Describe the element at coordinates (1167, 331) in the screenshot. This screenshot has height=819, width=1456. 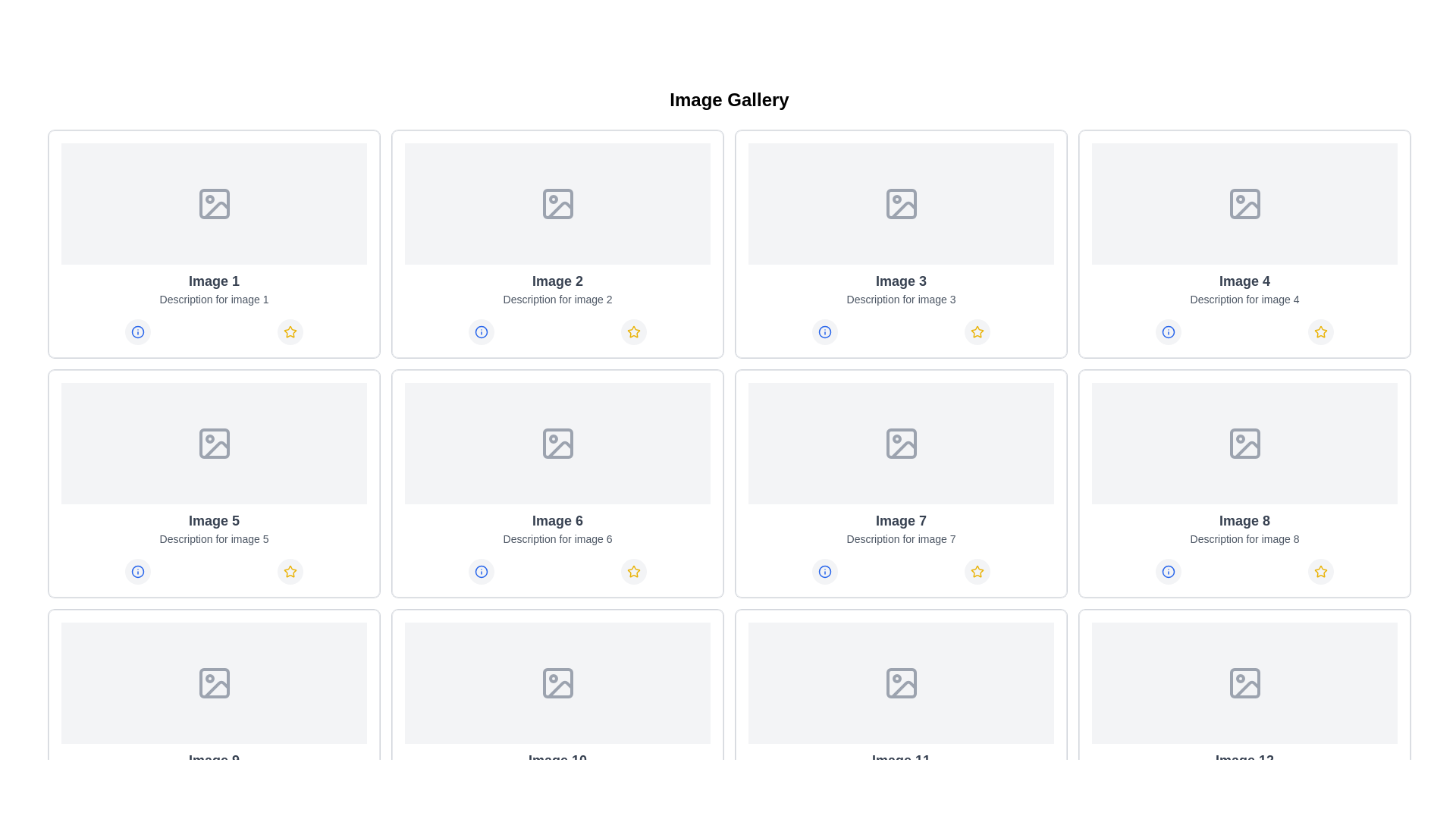
I see `the first icon in the horizontal icon group below 'Image 4'` at that location.